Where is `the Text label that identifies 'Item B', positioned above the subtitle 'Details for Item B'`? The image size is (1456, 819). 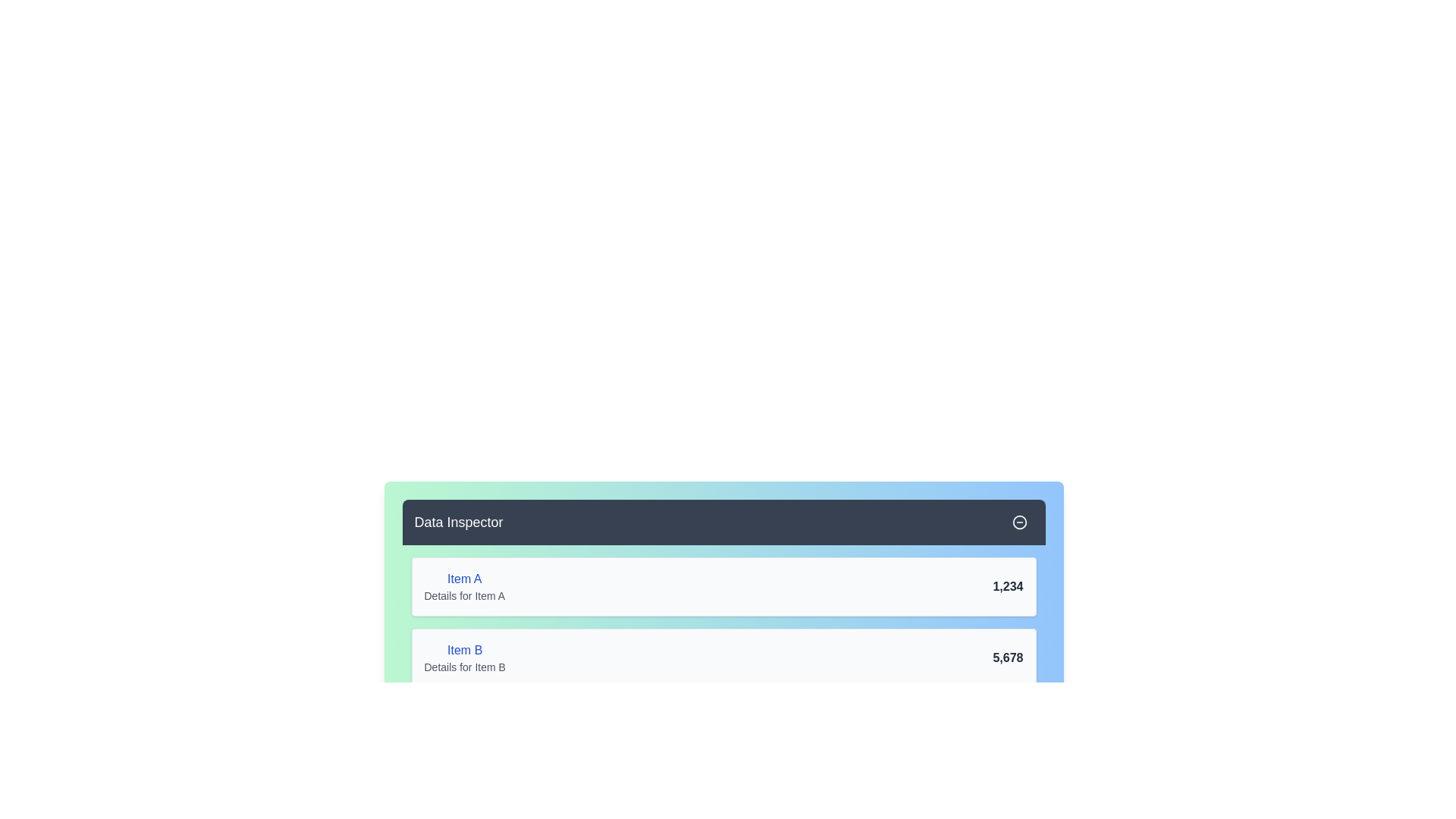 the Text label that identifies 'Item B', positioned above the subtitle 'Details for Item B' is located at coordinates (464, 649).